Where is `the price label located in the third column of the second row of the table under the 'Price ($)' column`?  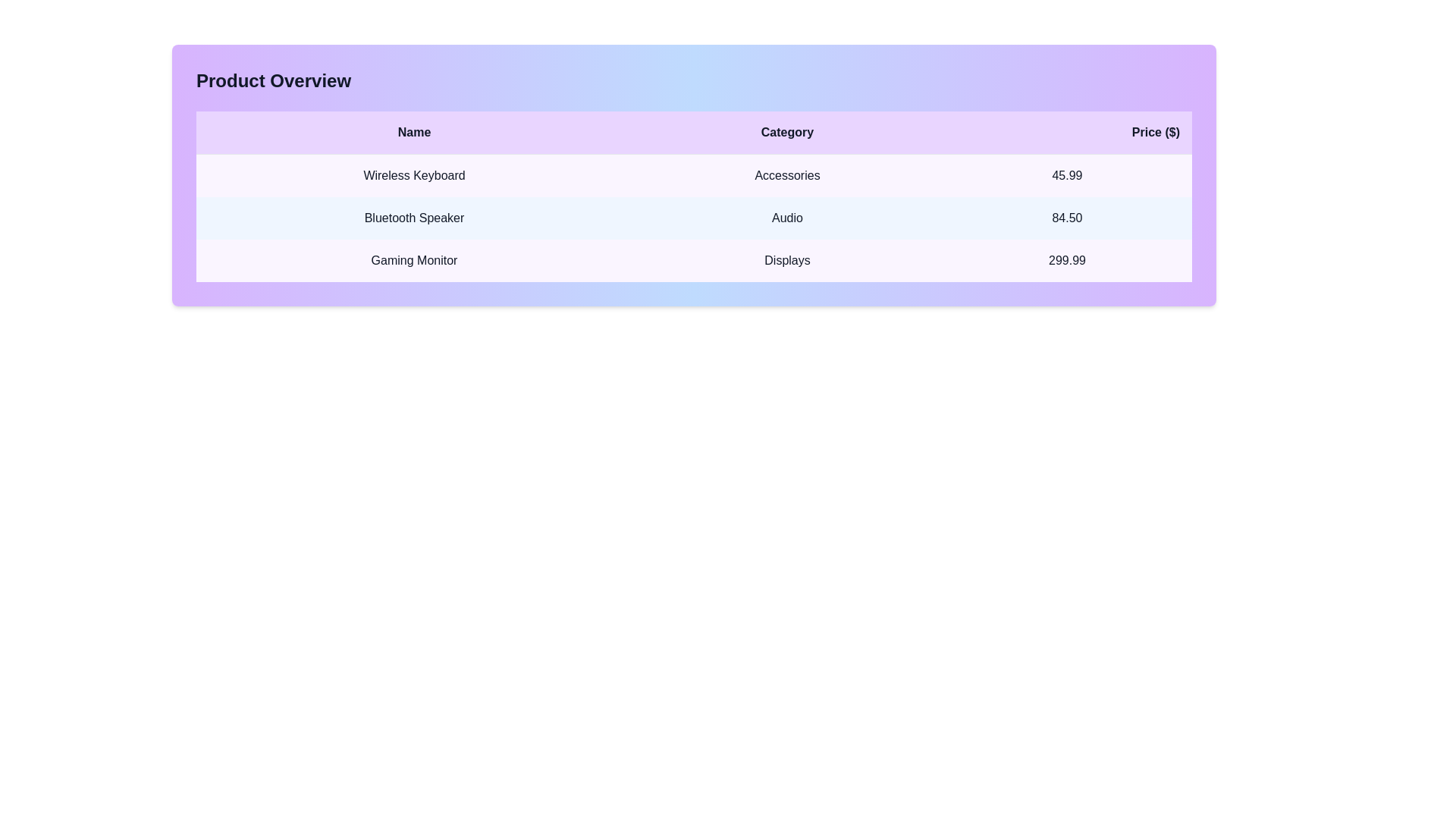 the price label located in the third column of the second row of the table under the 'Price ($)' column is located at coordinates (1066, 218).